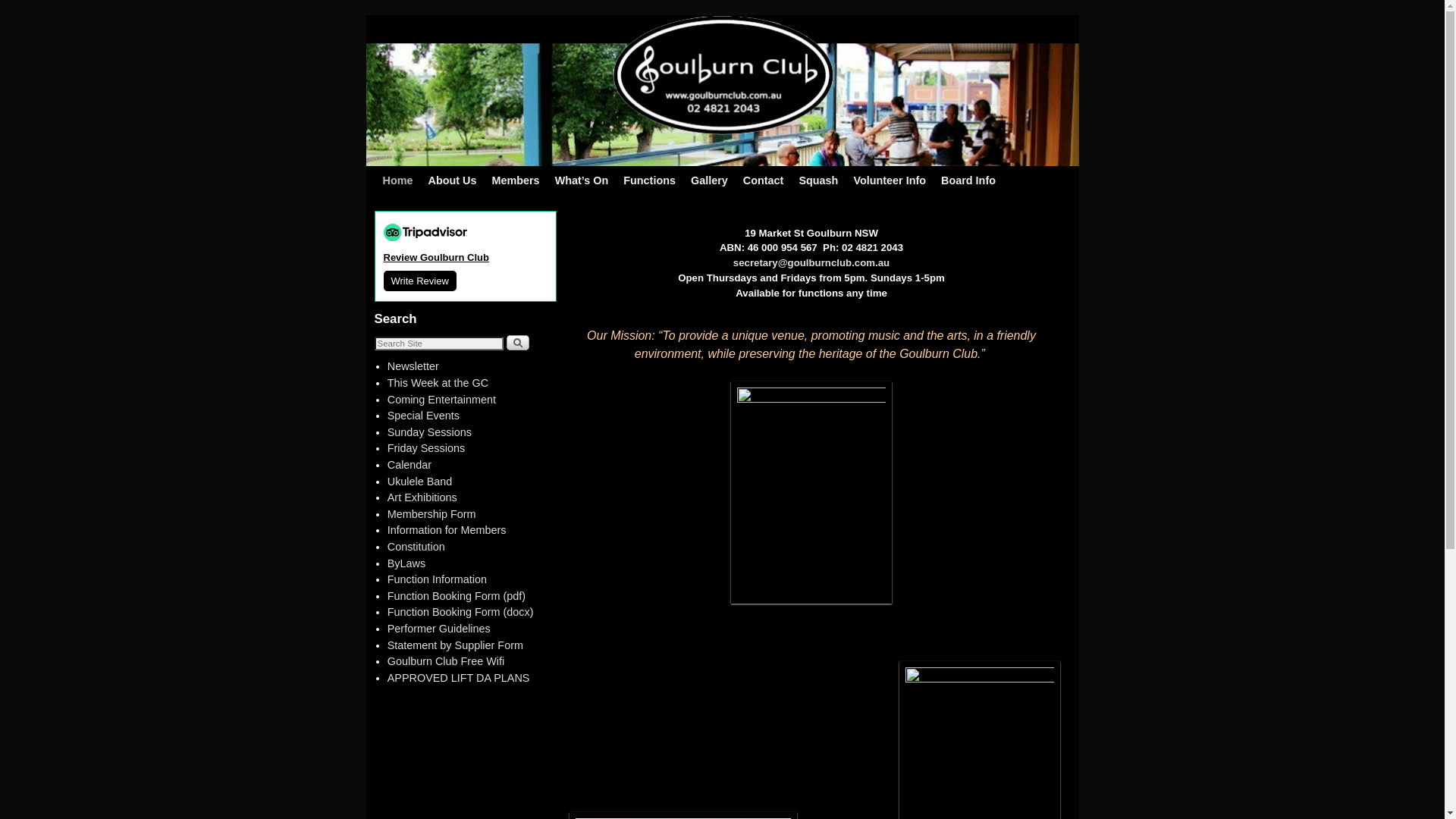  I want to click on 'Special Events', so click(387, 415).